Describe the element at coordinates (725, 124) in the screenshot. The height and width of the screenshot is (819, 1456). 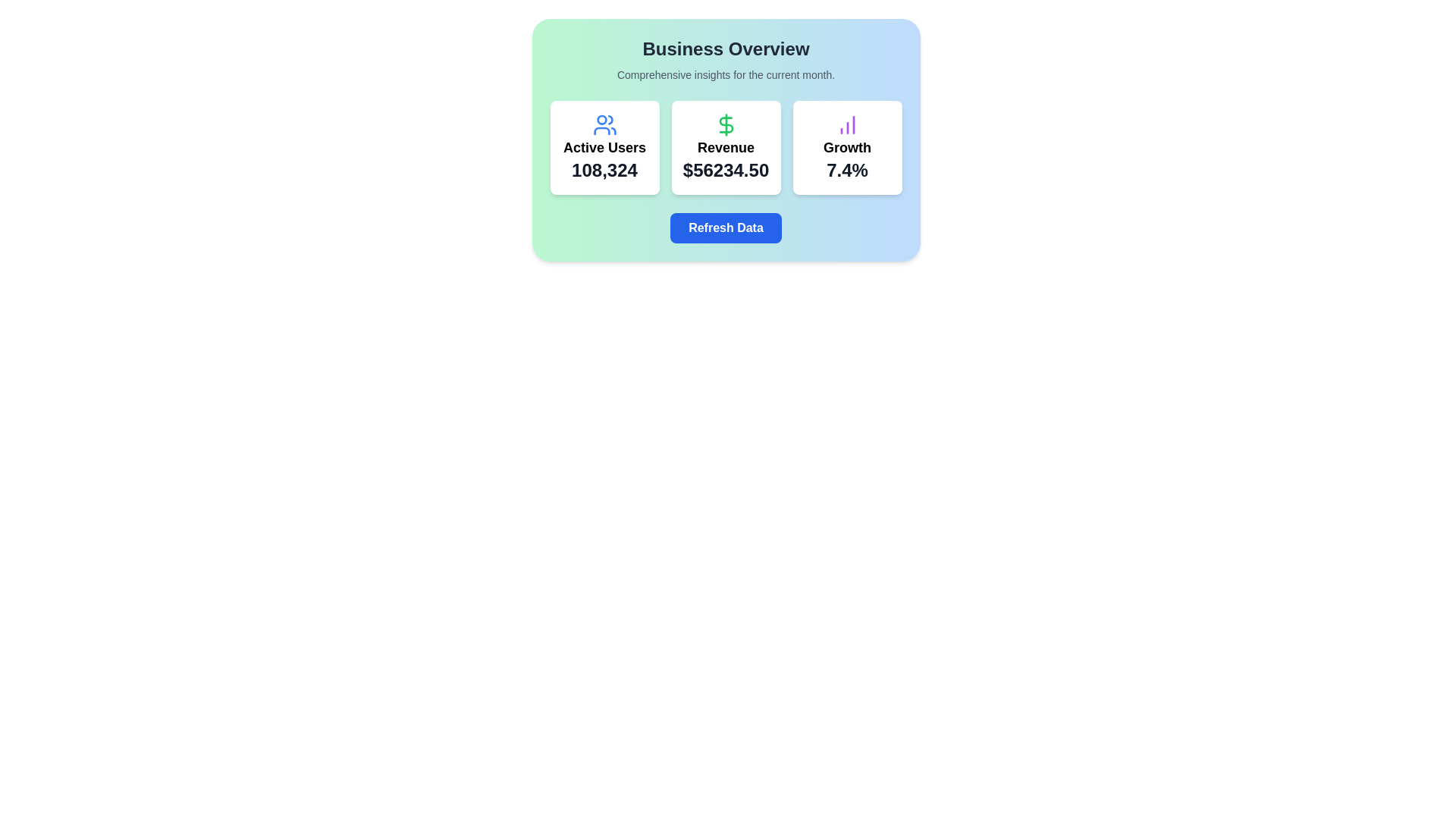
I see `the green dollar sign icon located in the top-center area of the 'Revenue' card, positioned above the numerical value '$56234.50'` at that location.